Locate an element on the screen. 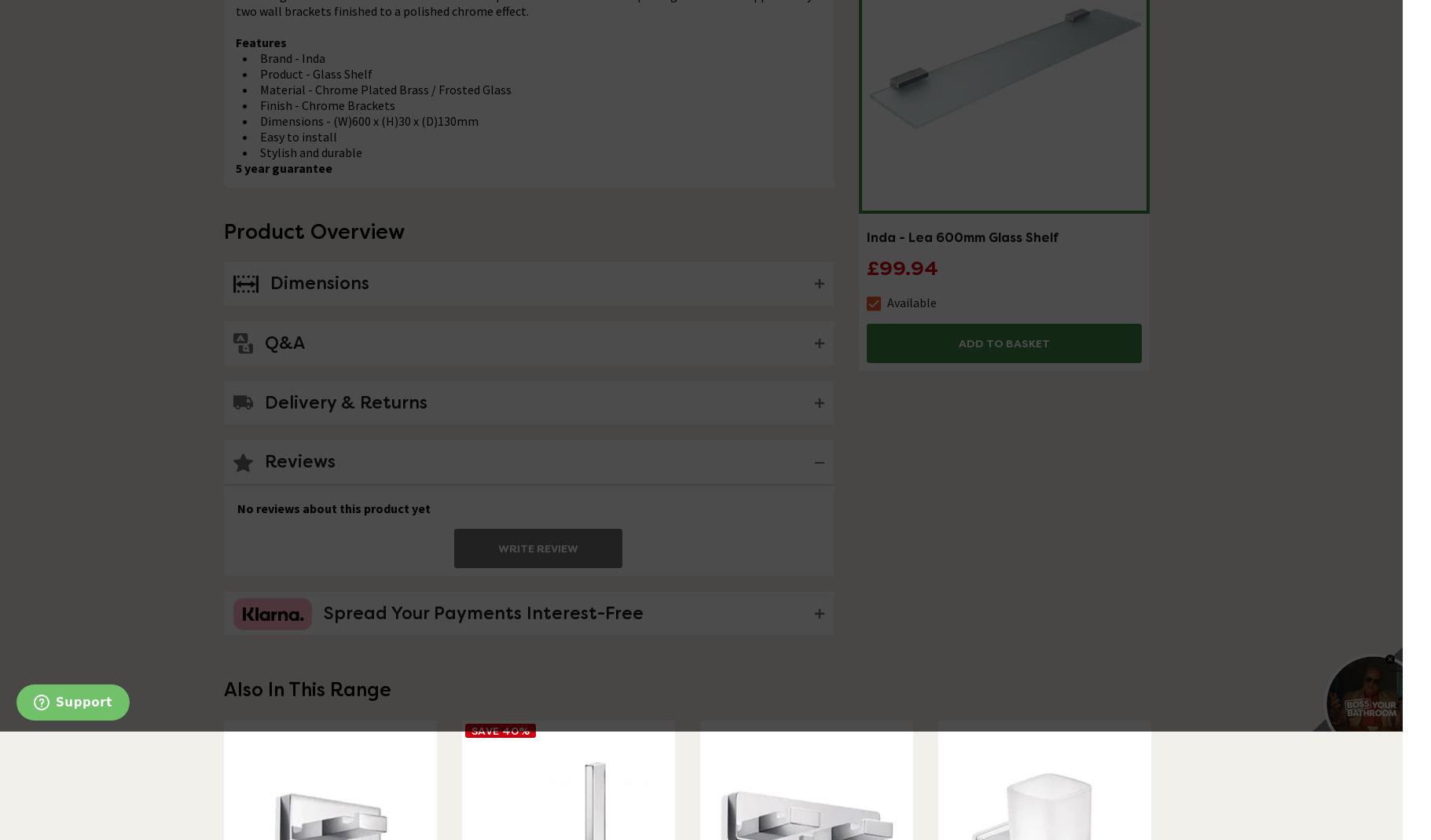 This screenshot has height=840, width=1431. '5 year guarantee' is located at coordinates (282, 167).